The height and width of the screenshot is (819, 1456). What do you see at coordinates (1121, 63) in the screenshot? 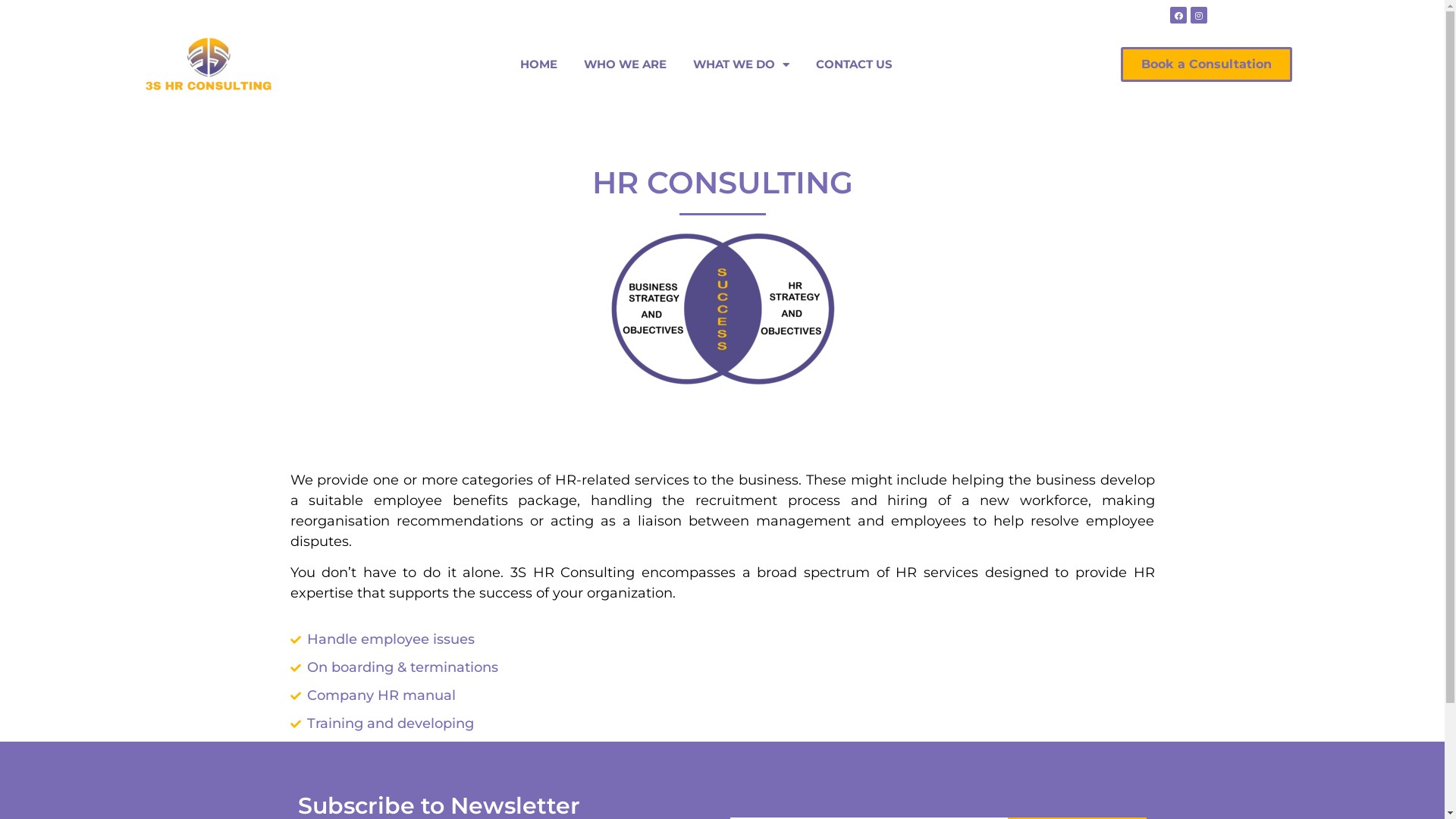
I see `'Book a Consultation'` at bounding box center [1121, 63].